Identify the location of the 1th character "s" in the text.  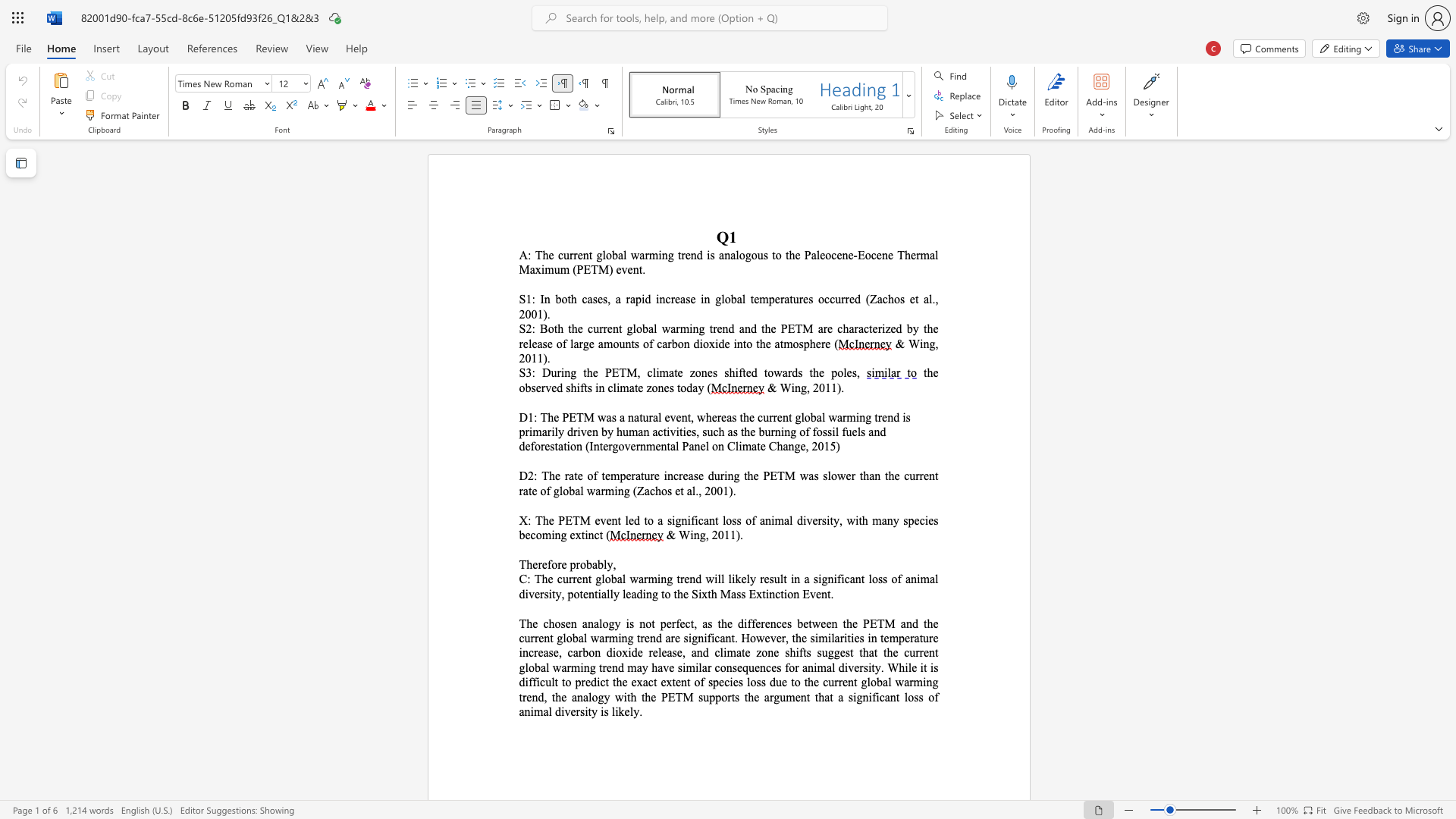
(613, 417).